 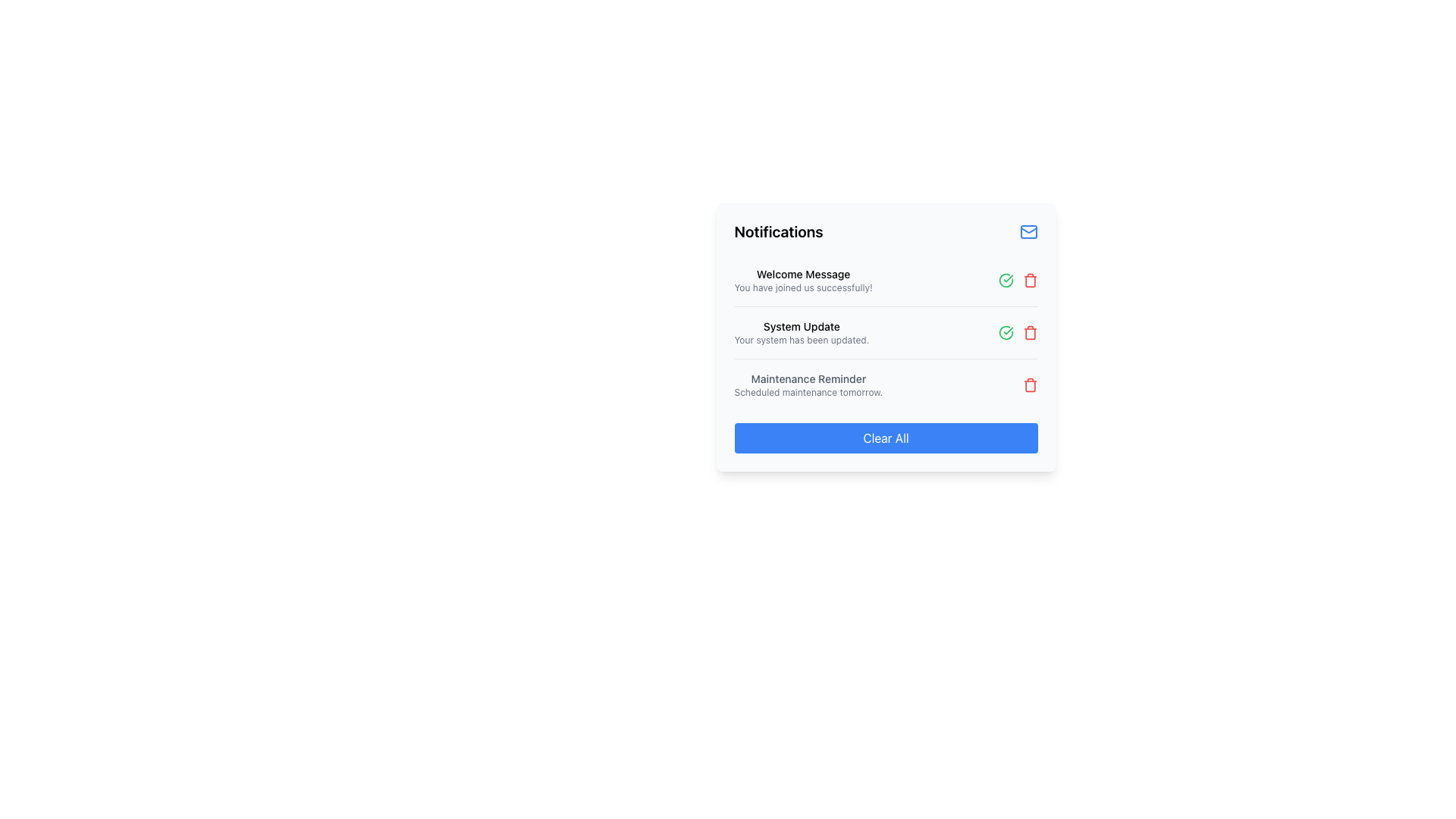 What do you see at coordinates (1028, 231) in the screenshot?
I see `the blue envelope icon in the notifications header` at bounding box center [1028, 231].